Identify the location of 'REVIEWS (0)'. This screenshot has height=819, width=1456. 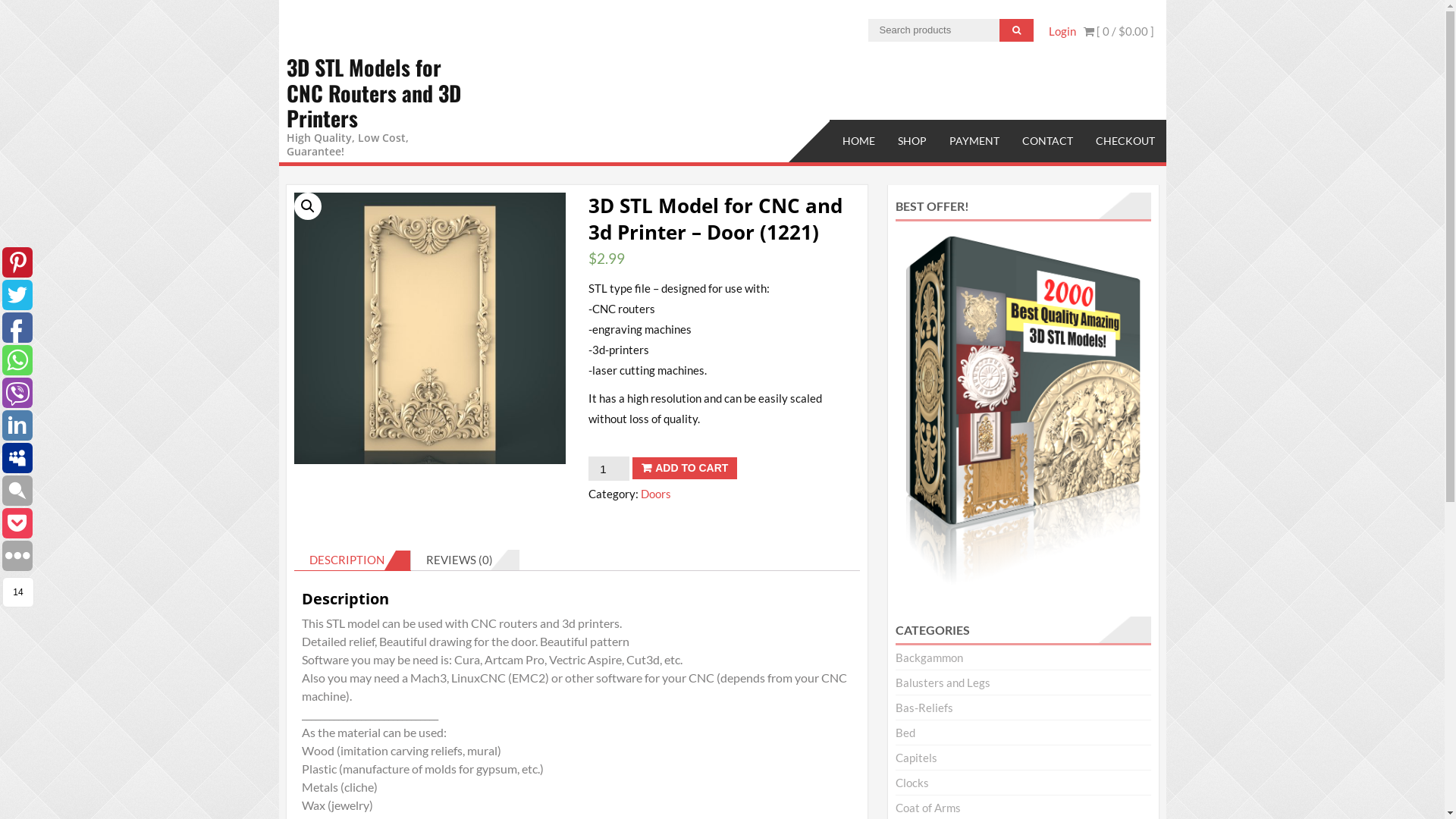
(458, 560).